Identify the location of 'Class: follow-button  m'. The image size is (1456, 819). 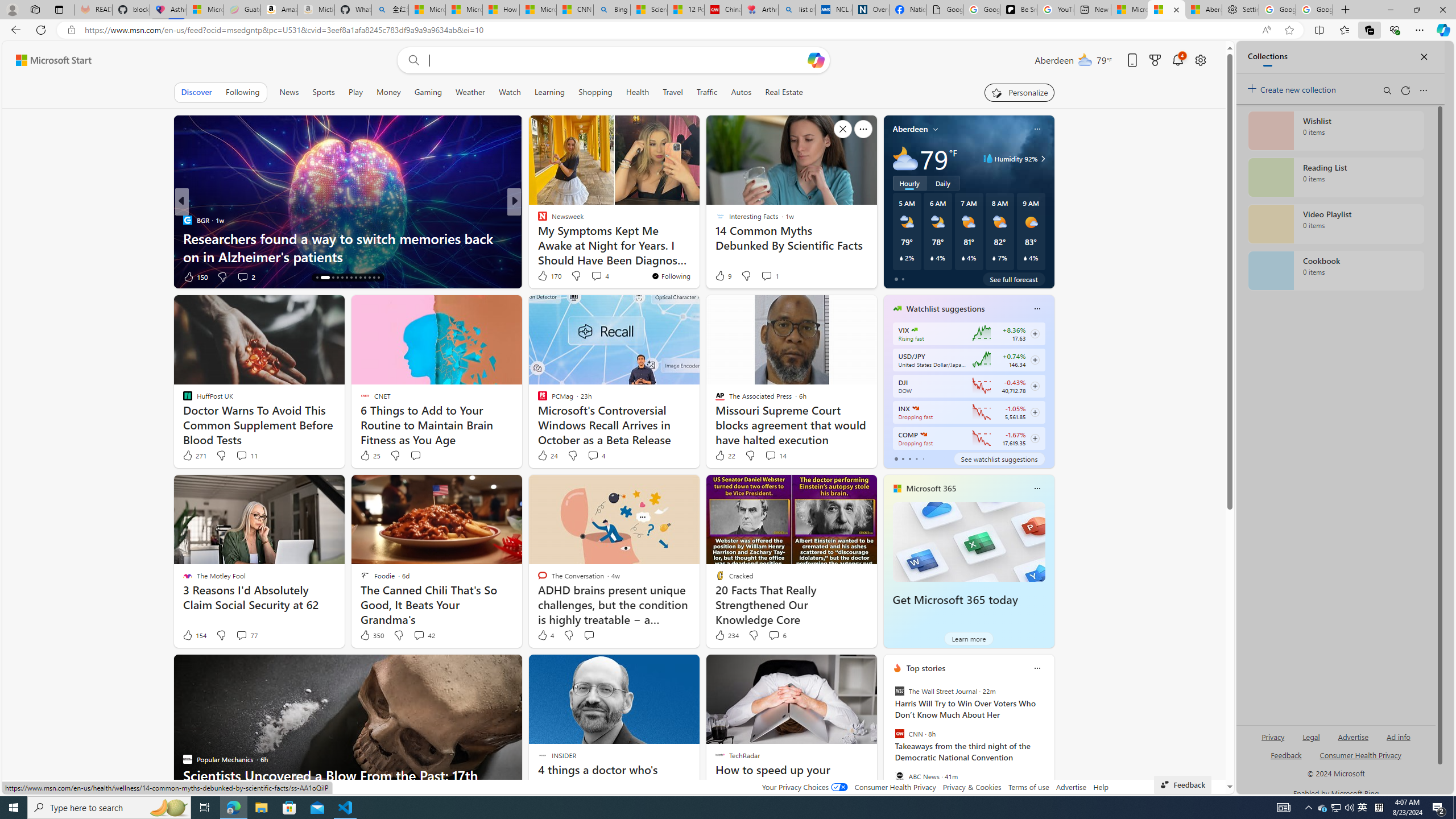
(1034, 438).